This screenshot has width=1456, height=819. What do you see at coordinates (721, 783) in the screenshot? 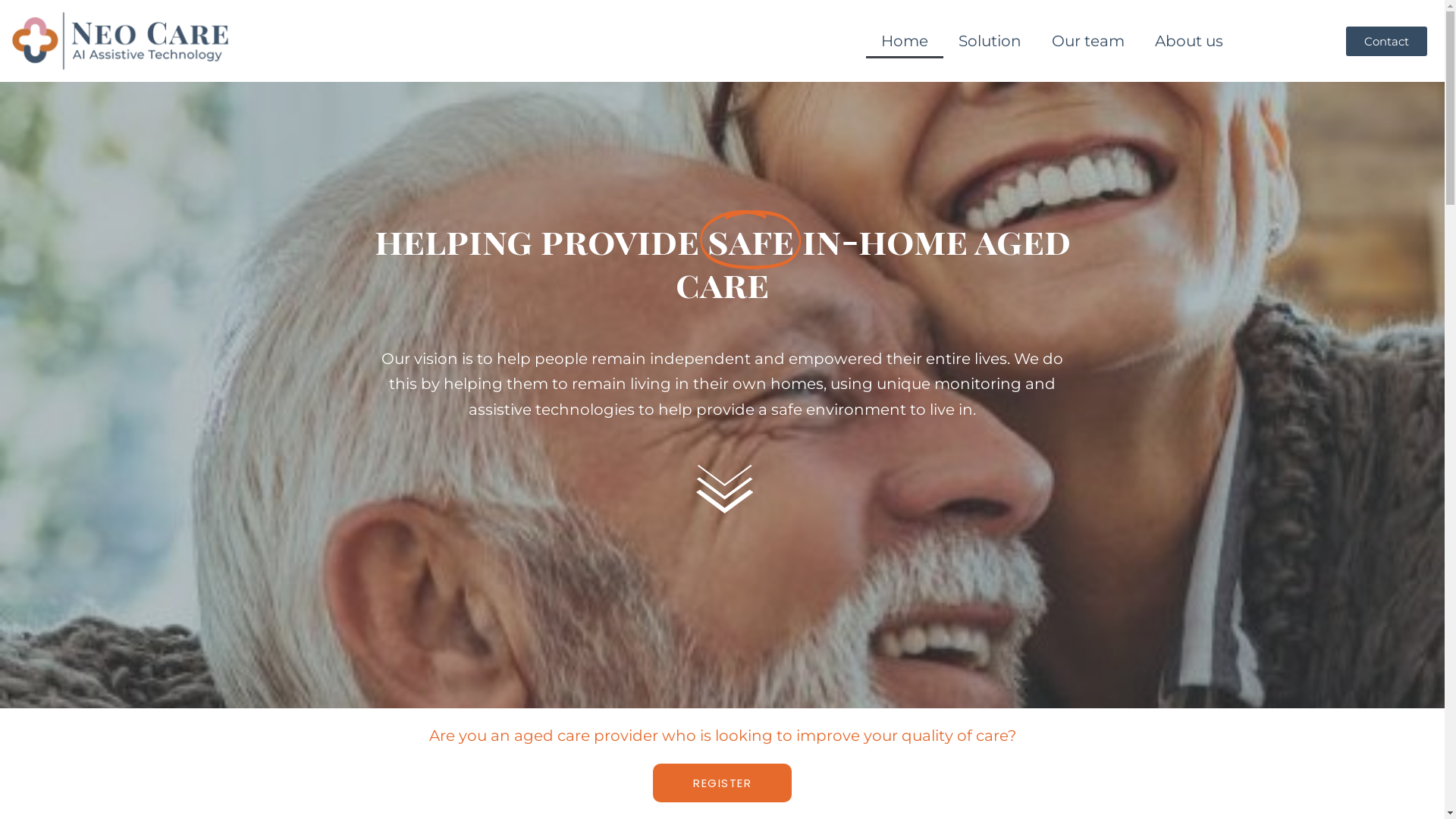
I see `'REGISTER'` at bounding box center [721, 783].